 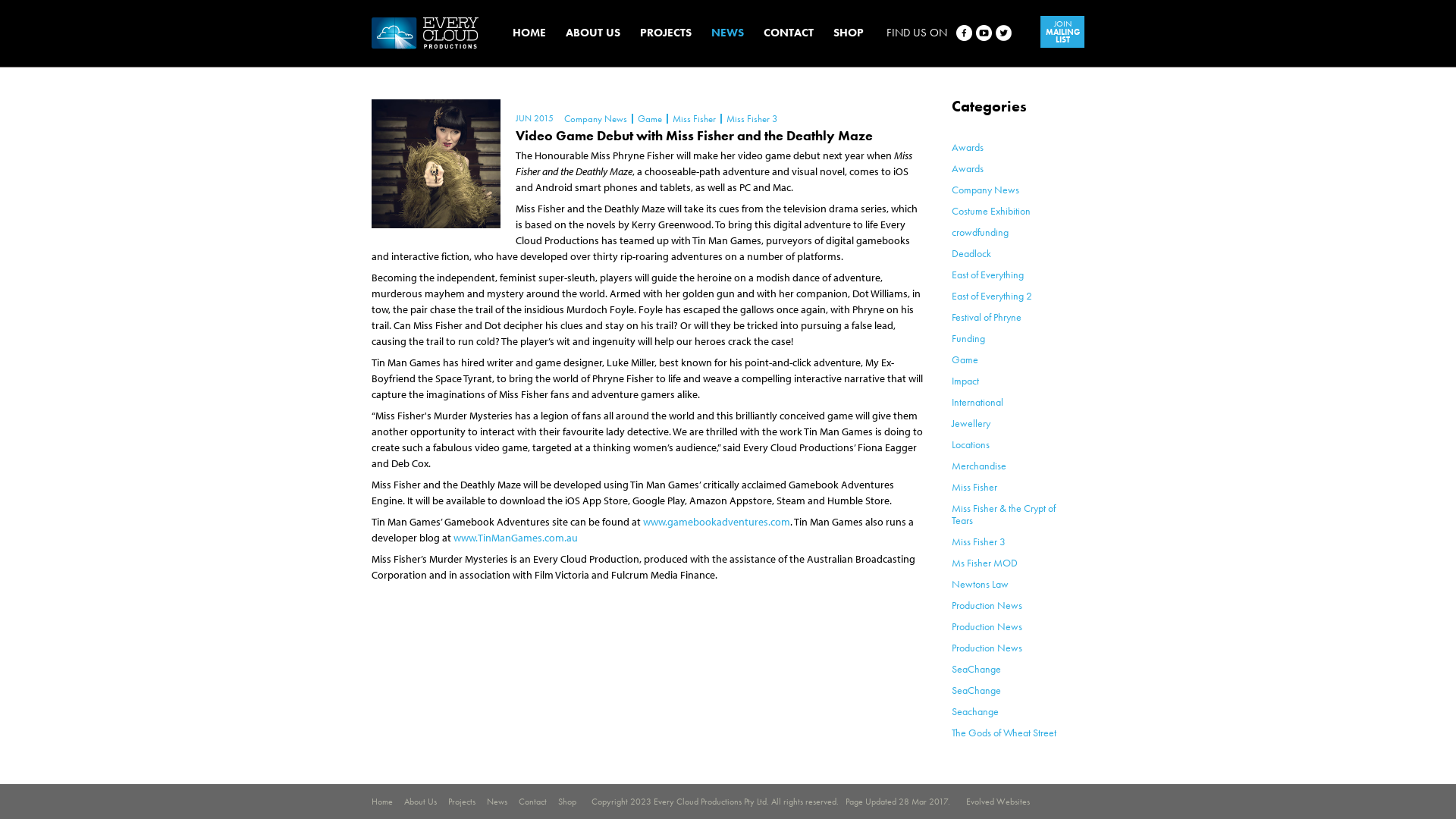 What do you see at coordinates (971, 253) in the screenshot?
I see `'Deadlock'` at bounding box center [971, 253].